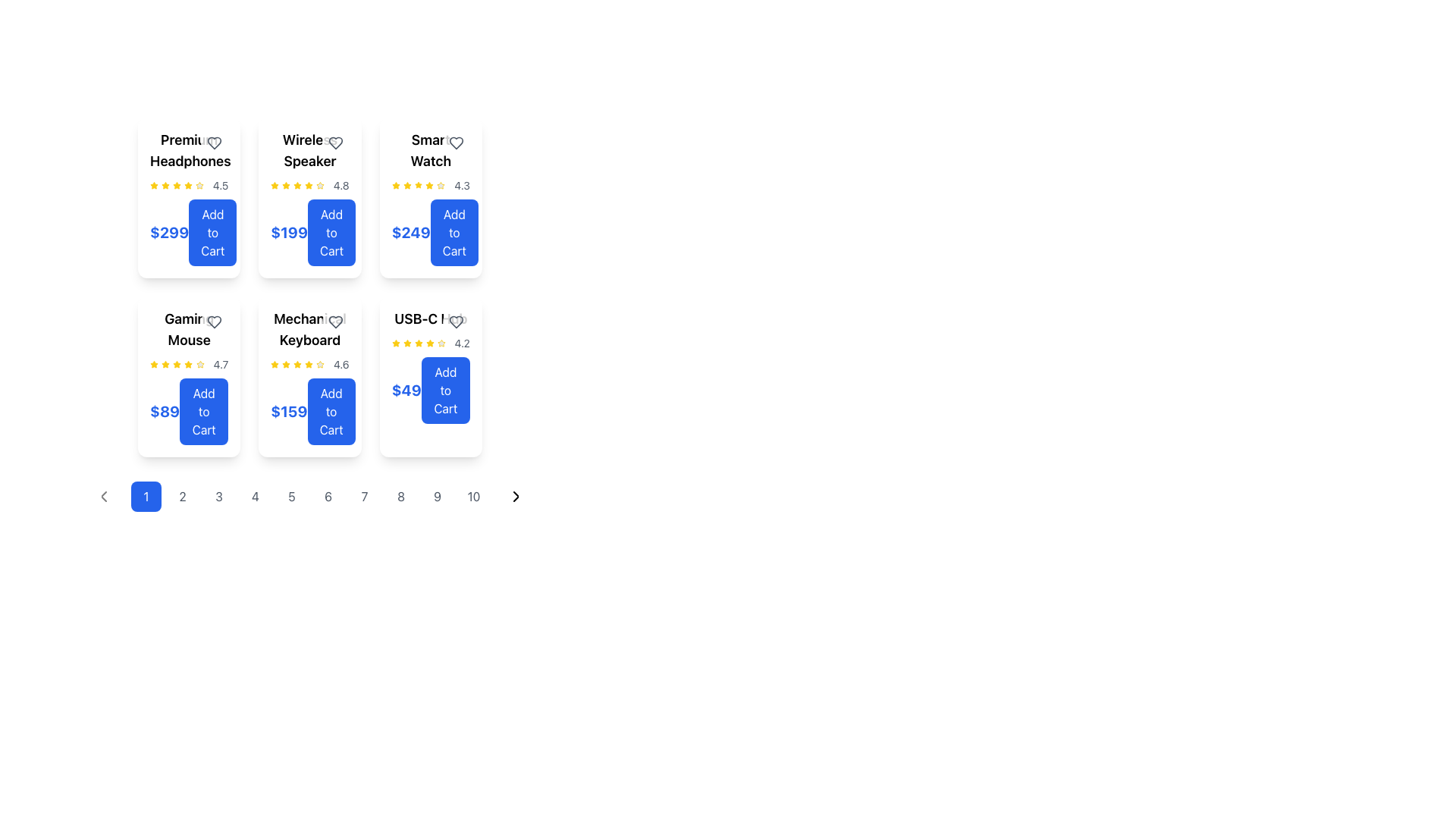  I want to click on the third star icon in the horizontal arrangement representing the rating system for the 'USB-C Hub' product, located in the bottom-right corner of the grid layout, so click(407, 343).